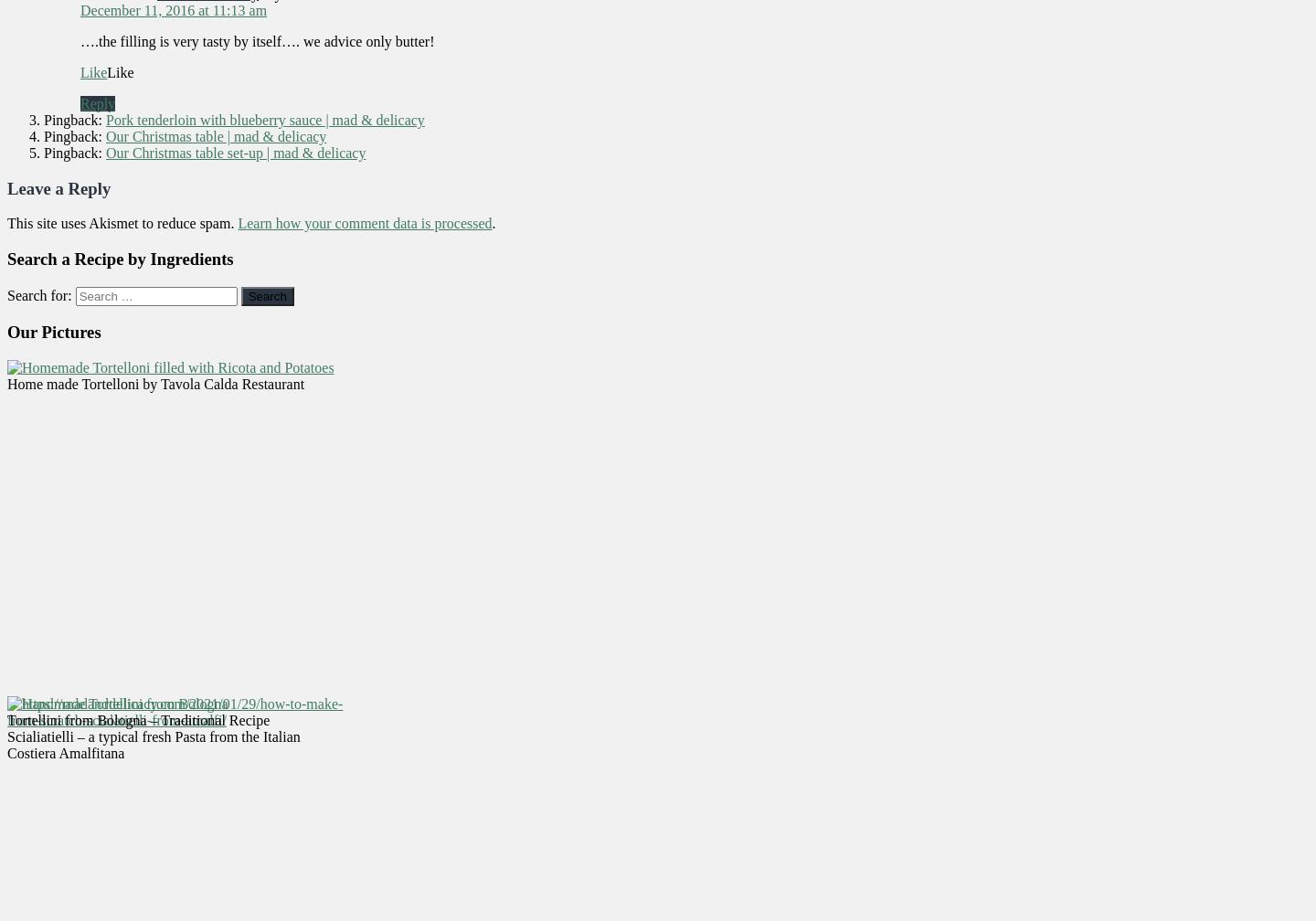 The image size is (1316, 921). I want to click on 'Our Christmas table set-up | mad & delicacy', so click(235, 152).